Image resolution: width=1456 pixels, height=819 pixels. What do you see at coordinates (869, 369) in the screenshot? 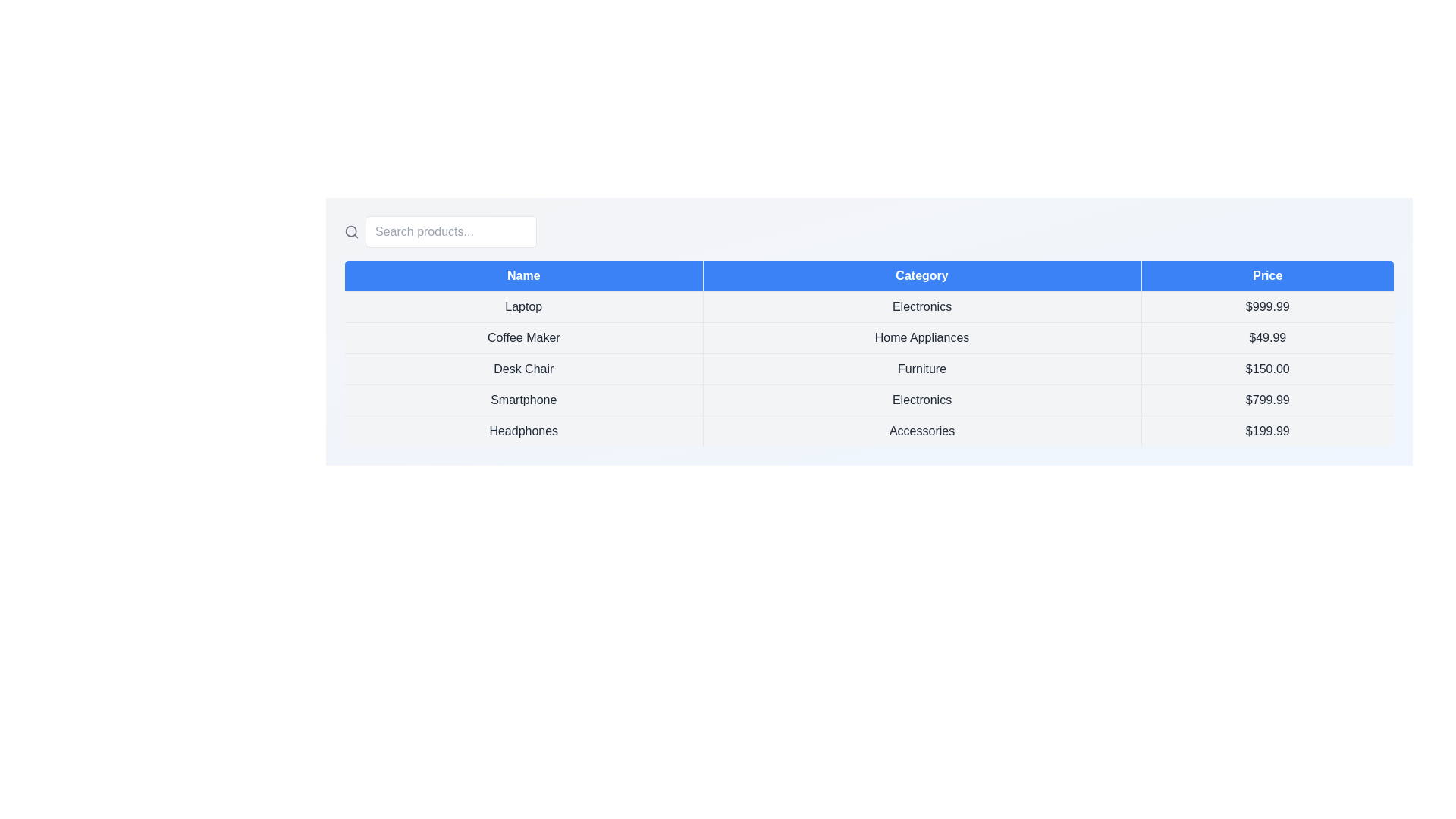
I see `the third row in the table that contains the texts 'Desk Chair', 'Furniture', and '$150.00', which is located centrally under the 'Name', 'Category', and 'Price' headers` at bounding box center [869, 369].